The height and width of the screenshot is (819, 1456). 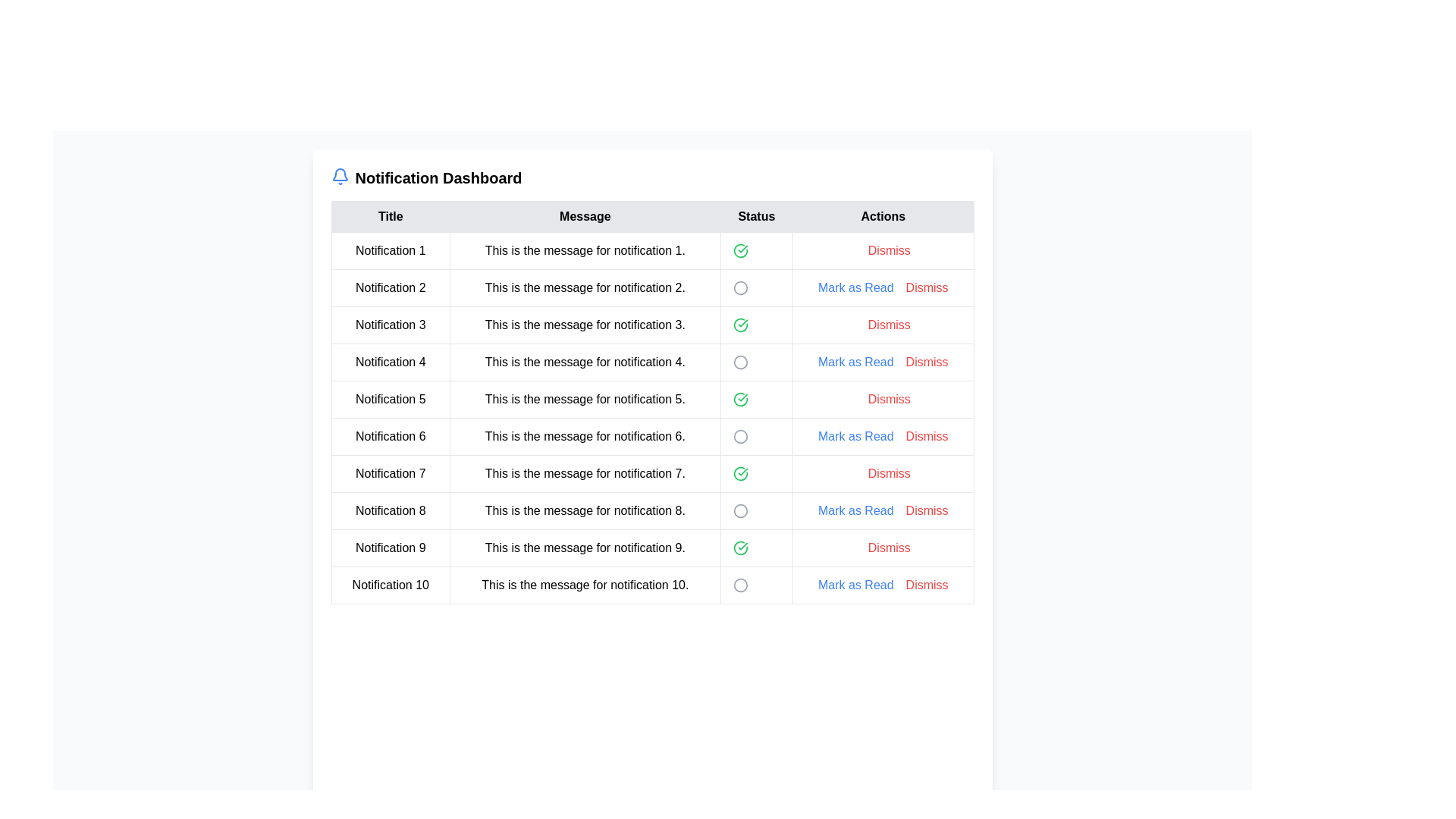 I want to click on the dismiss link/button styled element on the rightmost side of the 'Notification 9' row, so click(x=883, y=548).